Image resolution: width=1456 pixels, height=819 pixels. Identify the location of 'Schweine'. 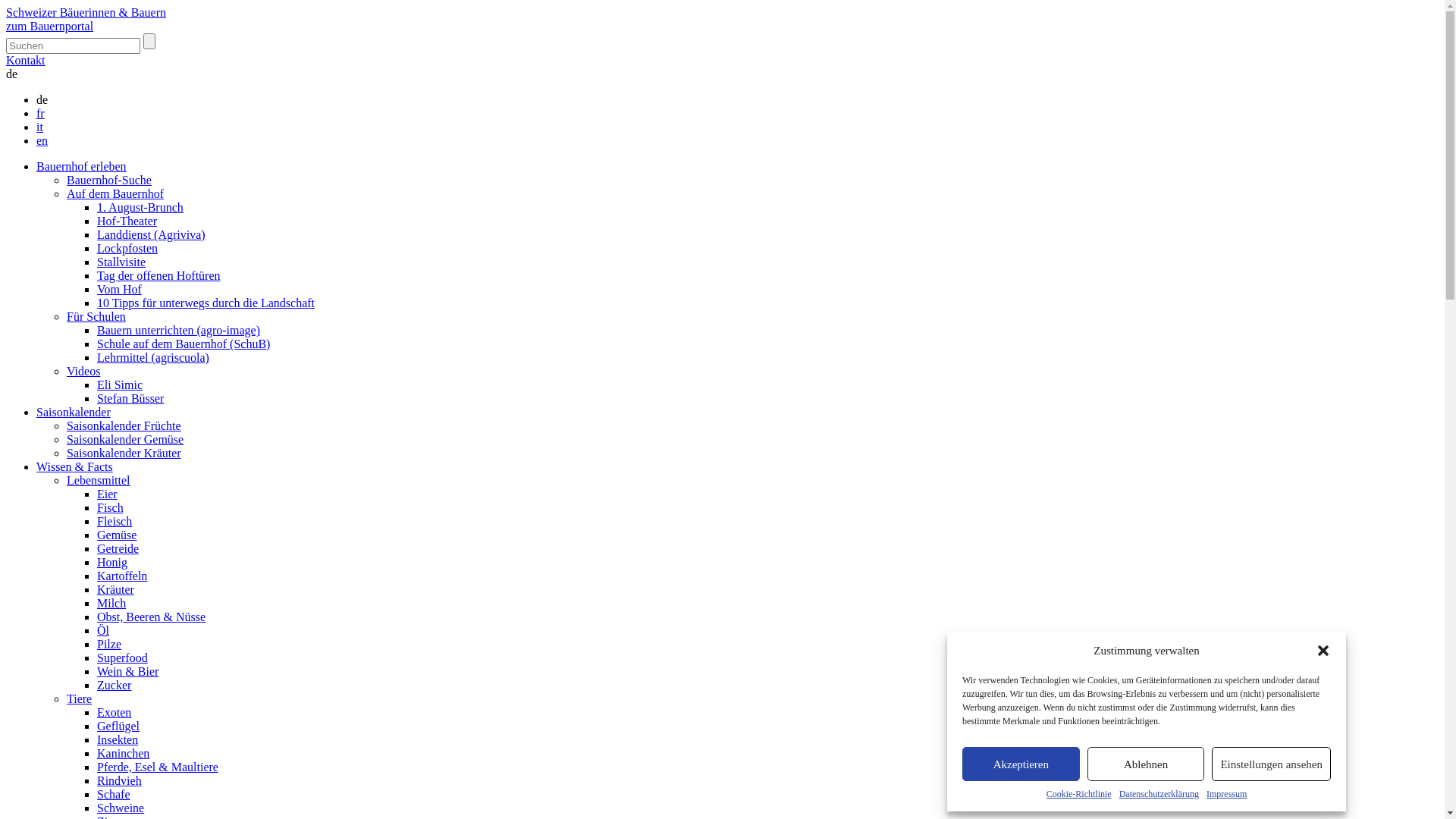
(119, 807).